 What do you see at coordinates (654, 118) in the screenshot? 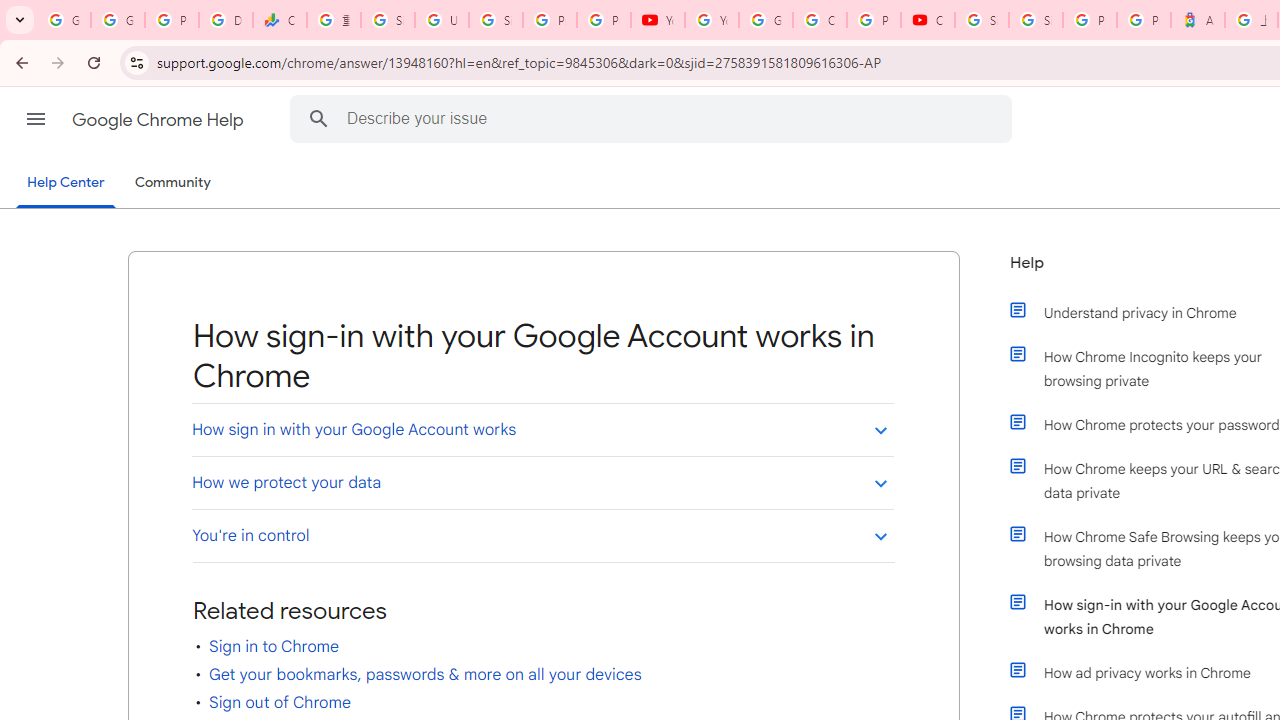
I see `'Describe your issue'` at bounding box center [654, 118].